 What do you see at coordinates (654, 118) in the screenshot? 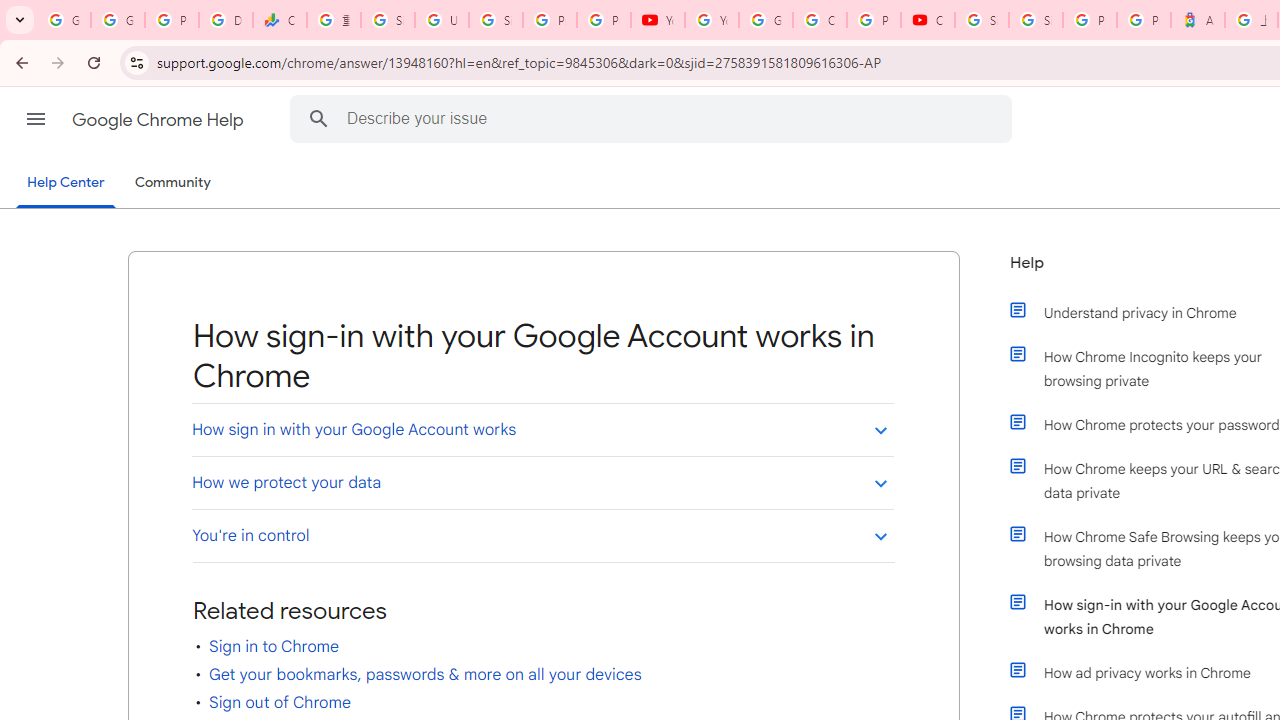
I see `'Describe your issue'` at bounding box center [654, 118].